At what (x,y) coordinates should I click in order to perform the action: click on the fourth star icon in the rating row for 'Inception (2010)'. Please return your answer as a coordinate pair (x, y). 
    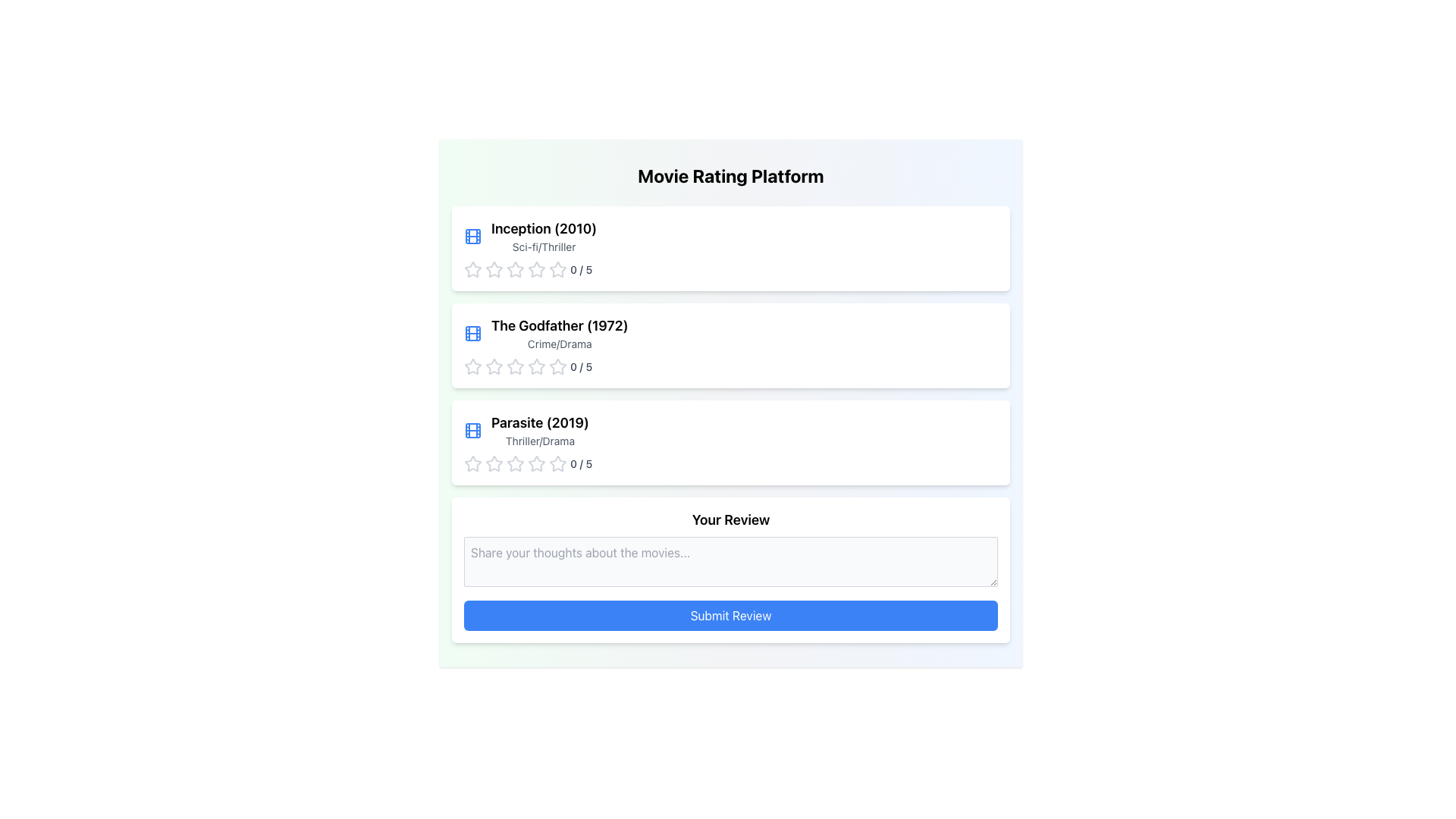
    Looking at the image, I should click on (537, 268).